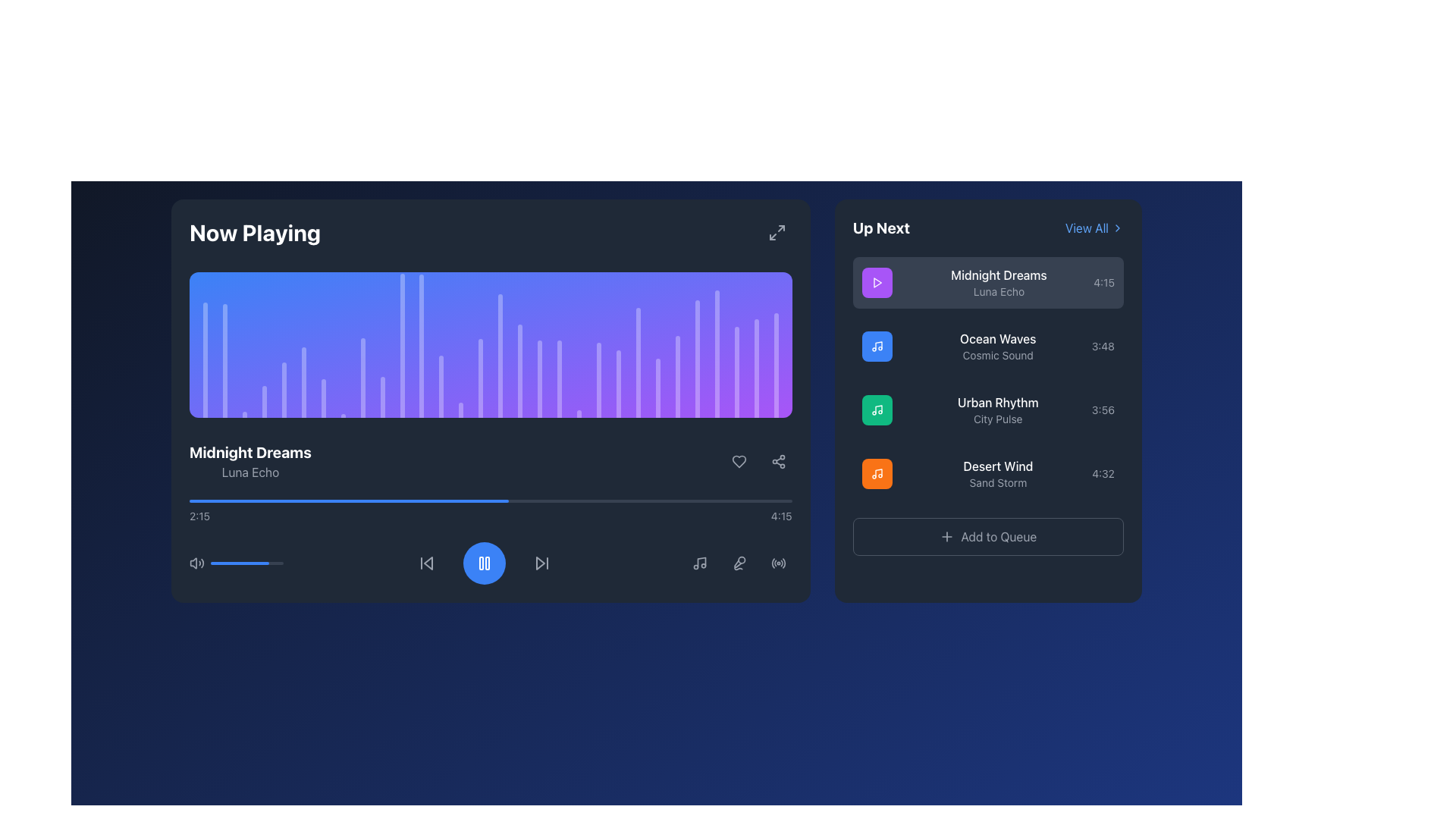 This screenshot has width=1456, height=819. I want to click on the first song card in the 'Up Next' sidebar section, which displays the title 'Midnight Dreams' and includes a purple play button icon, so click(988, 283).